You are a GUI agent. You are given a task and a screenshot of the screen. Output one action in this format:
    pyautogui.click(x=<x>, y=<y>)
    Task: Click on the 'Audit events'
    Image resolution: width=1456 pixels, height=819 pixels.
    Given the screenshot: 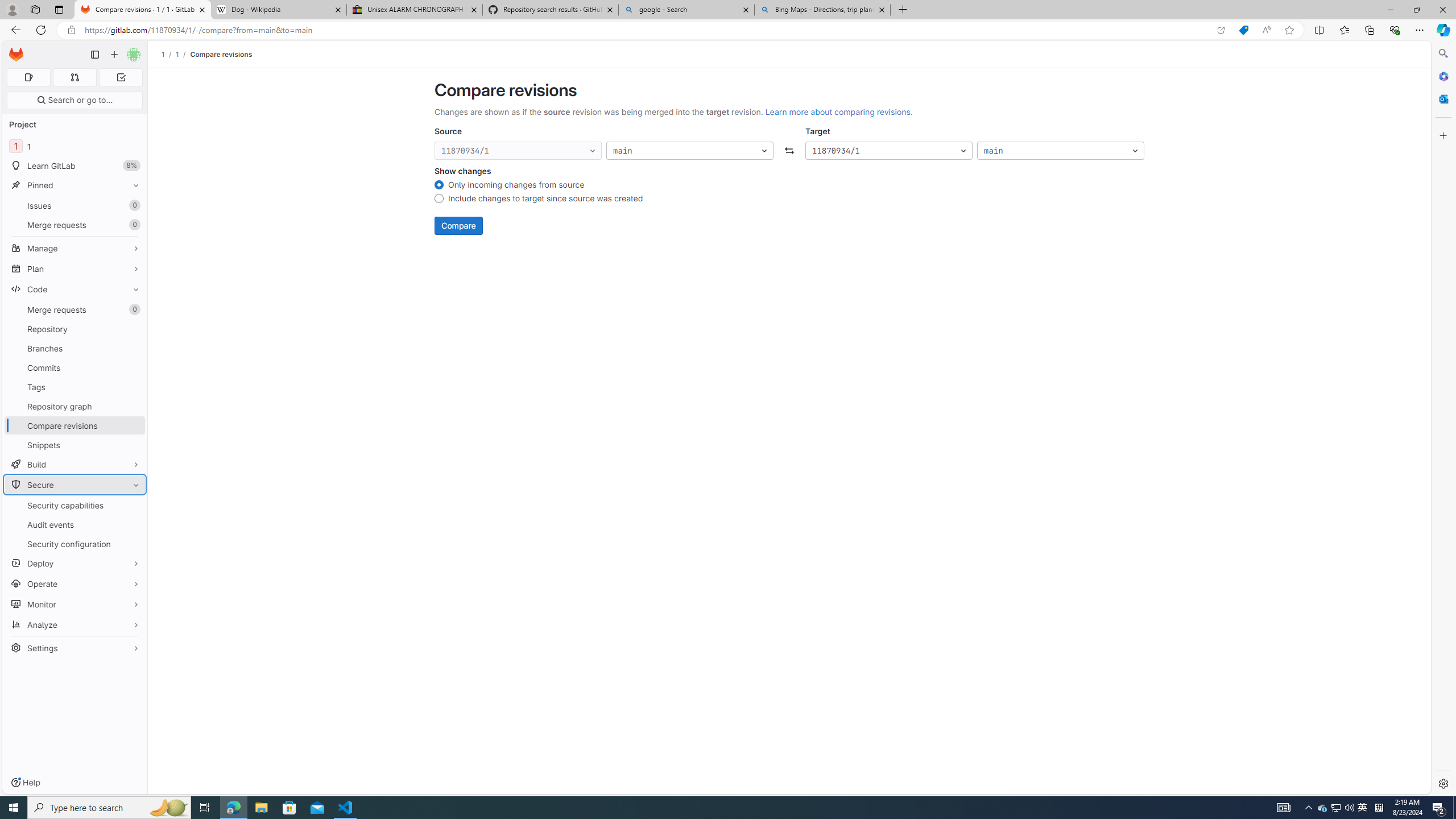 What is the action you would take?
    pyautogui.click(x=74, y=524)
    